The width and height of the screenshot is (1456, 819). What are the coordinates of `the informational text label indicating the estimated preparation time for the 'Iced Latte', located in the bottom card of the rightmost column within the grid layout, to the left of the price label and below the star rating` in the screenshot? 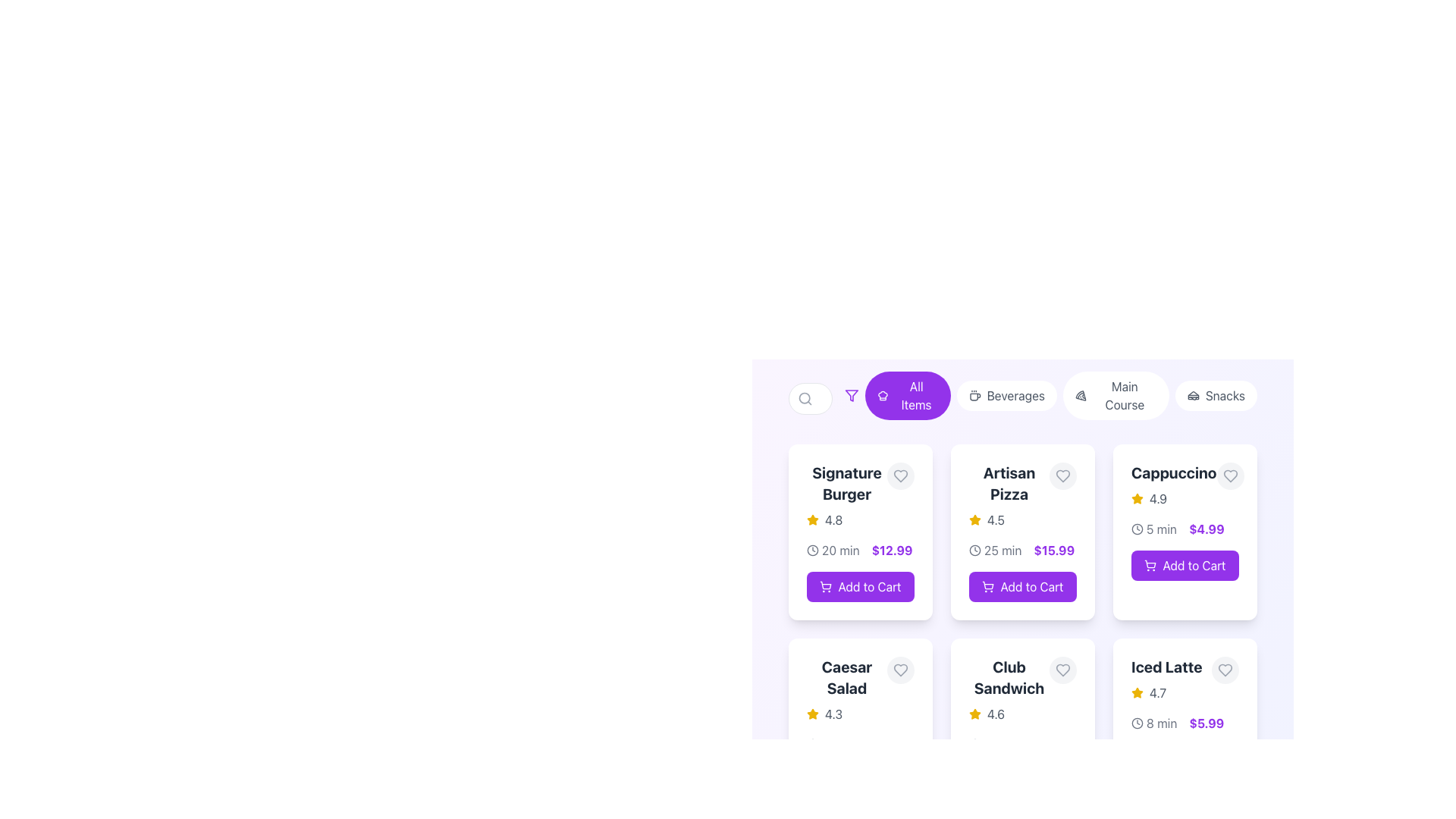 It's located at (1161, 722).